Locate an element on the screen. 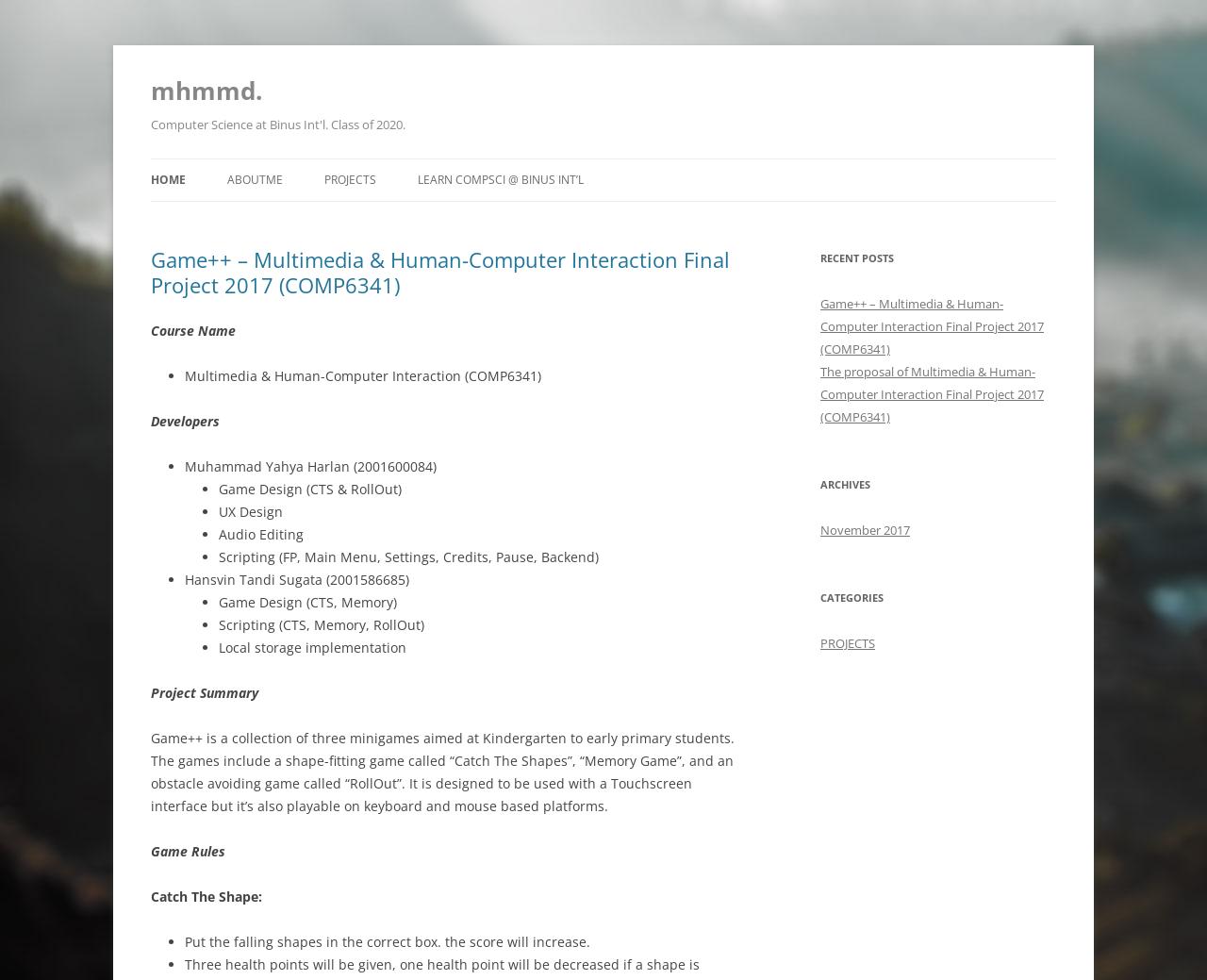  'Developers' is located at coordinates (185, 420).